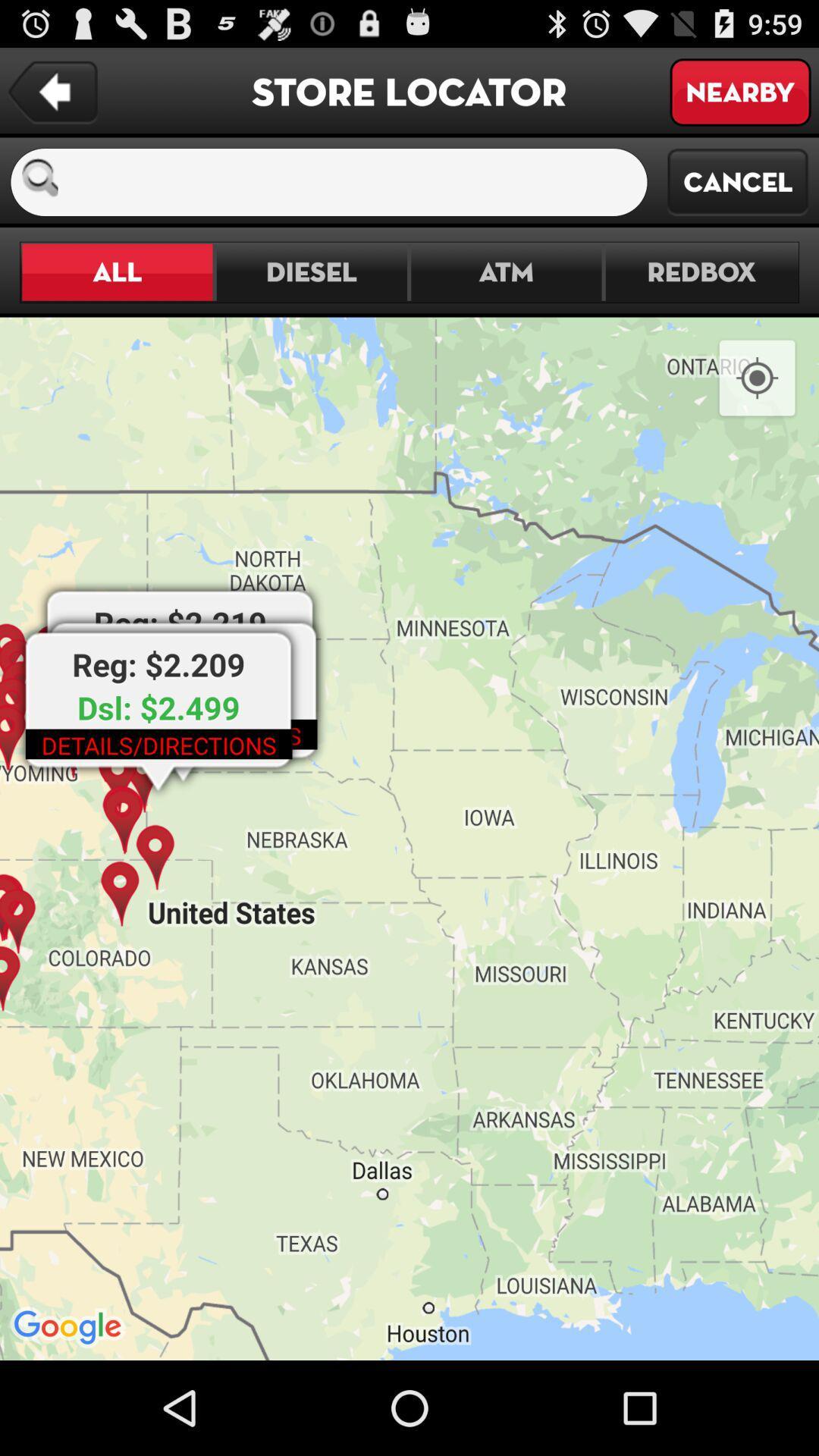  Describe the element at coordinates (739, 91) in the screenshot. I see `icon to the right of store locator icon` at that location.